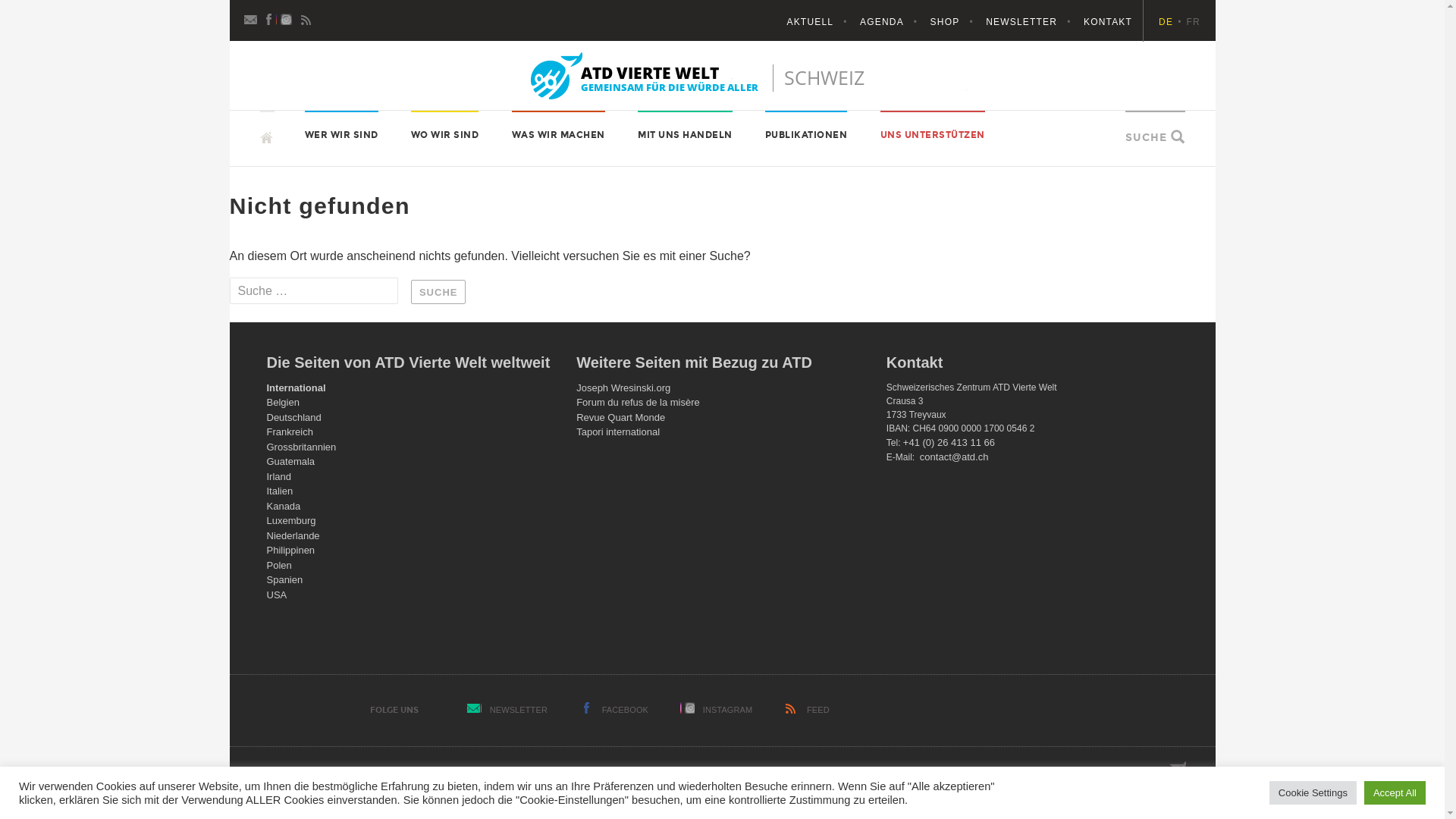 This screenshot has height=819, width=1456. Describe the element at coordinates (266, 417) in the screenshot. I see `'Deutschland'` at that location.